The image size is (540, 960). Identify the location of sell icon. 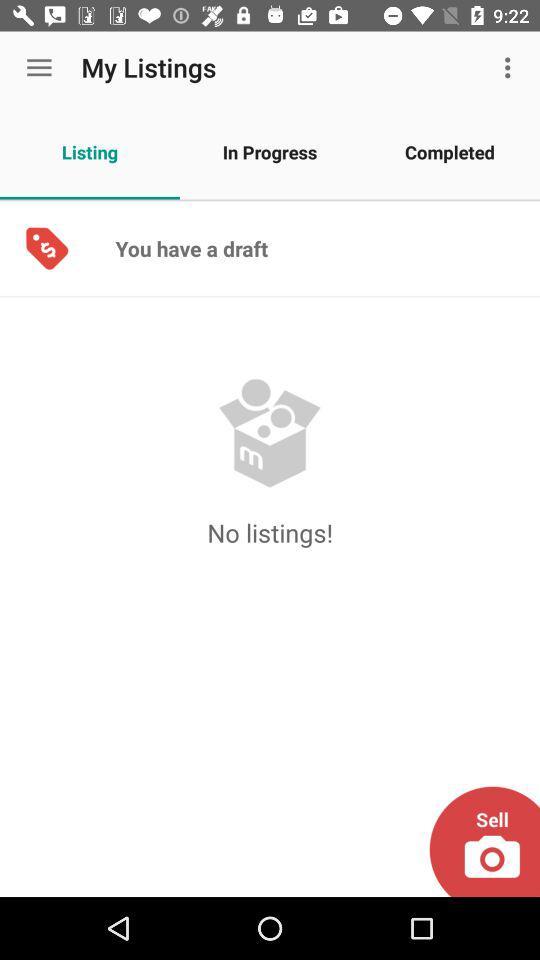
(483, 841).